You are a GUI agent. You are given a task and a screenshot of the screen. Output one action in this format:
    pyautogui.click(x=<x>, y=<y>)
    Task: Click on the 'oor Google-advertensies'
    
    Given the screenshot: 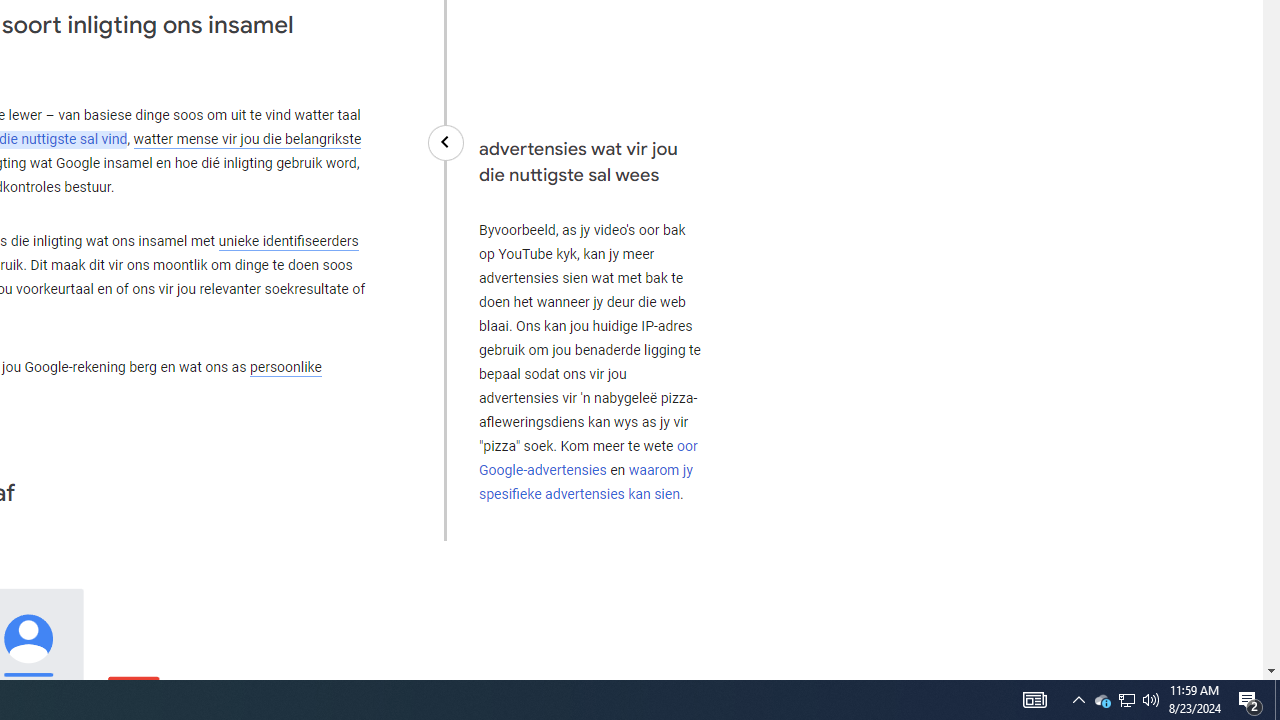 What is the action you would take?
    pyautogui.click(x=587, y=457)
    